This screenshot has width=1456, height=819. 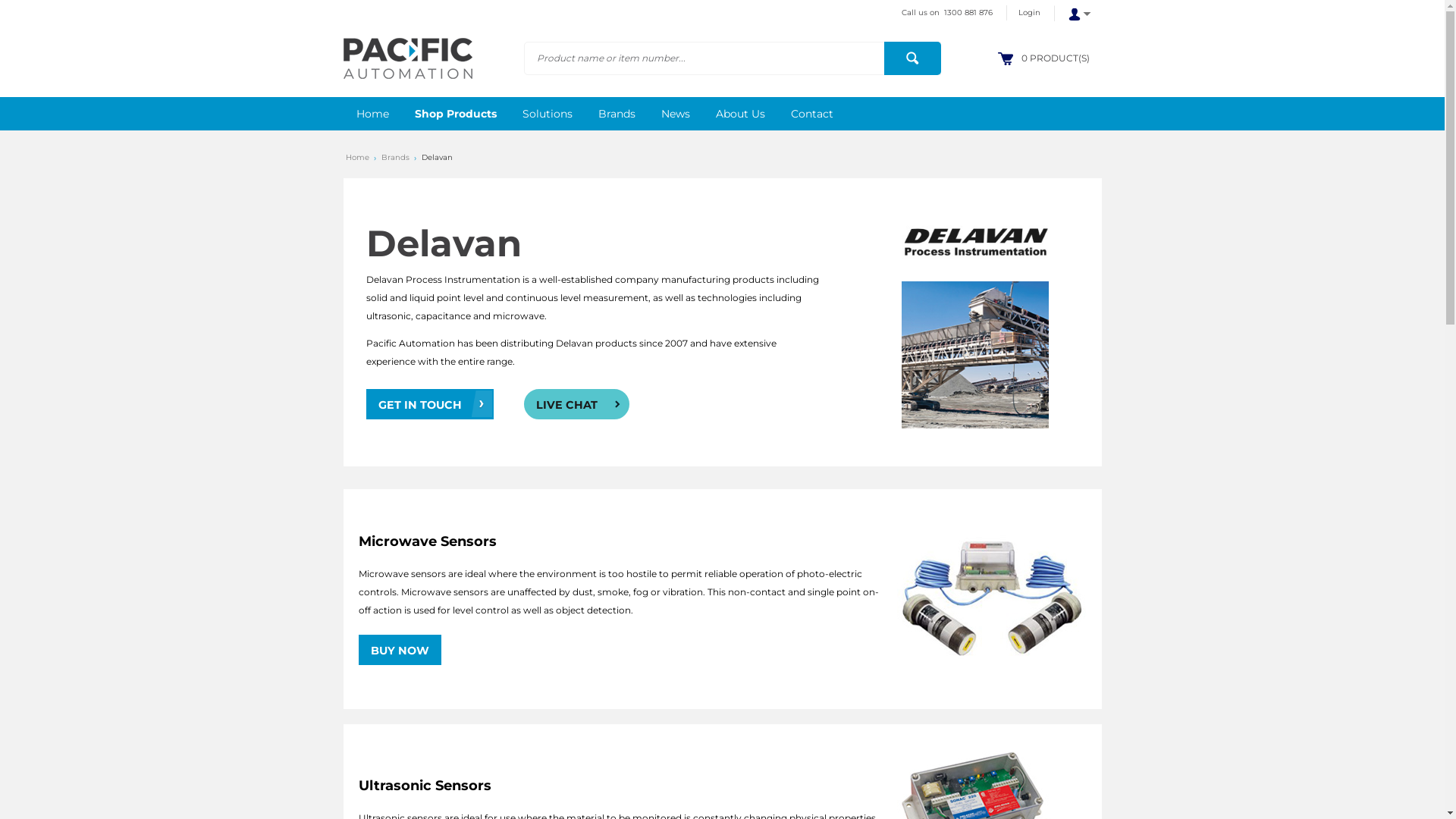 What do you see at coordinates (811, 113) in the screenshot?
I see `'Contact'` at bounding box center [811, 113].